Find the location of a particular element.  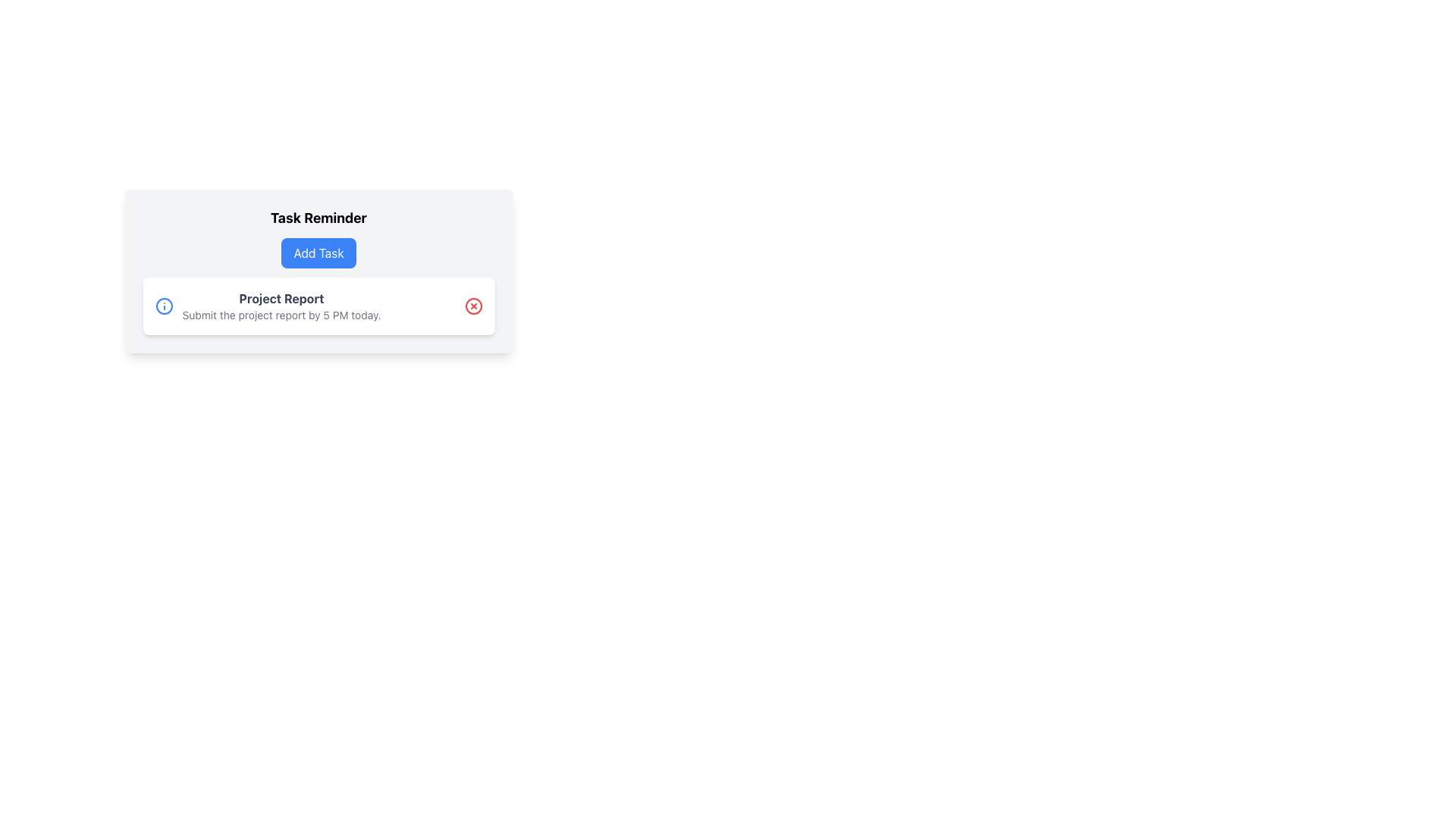

the 'Add Task' button with a blue background and white text is located at coordinates (318, 253).